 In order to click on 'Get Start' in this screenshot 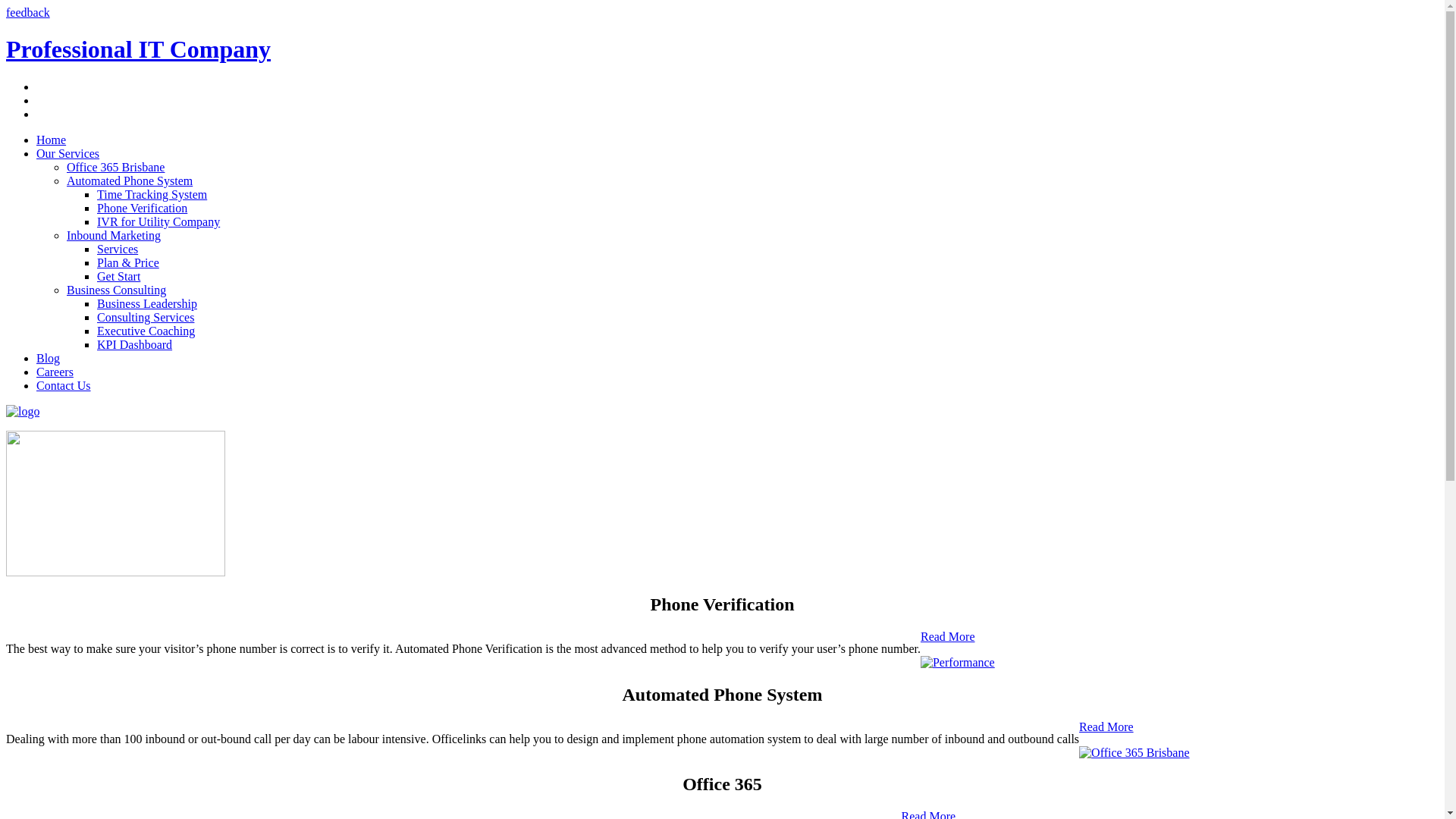, I will do `click(118, 276)`.